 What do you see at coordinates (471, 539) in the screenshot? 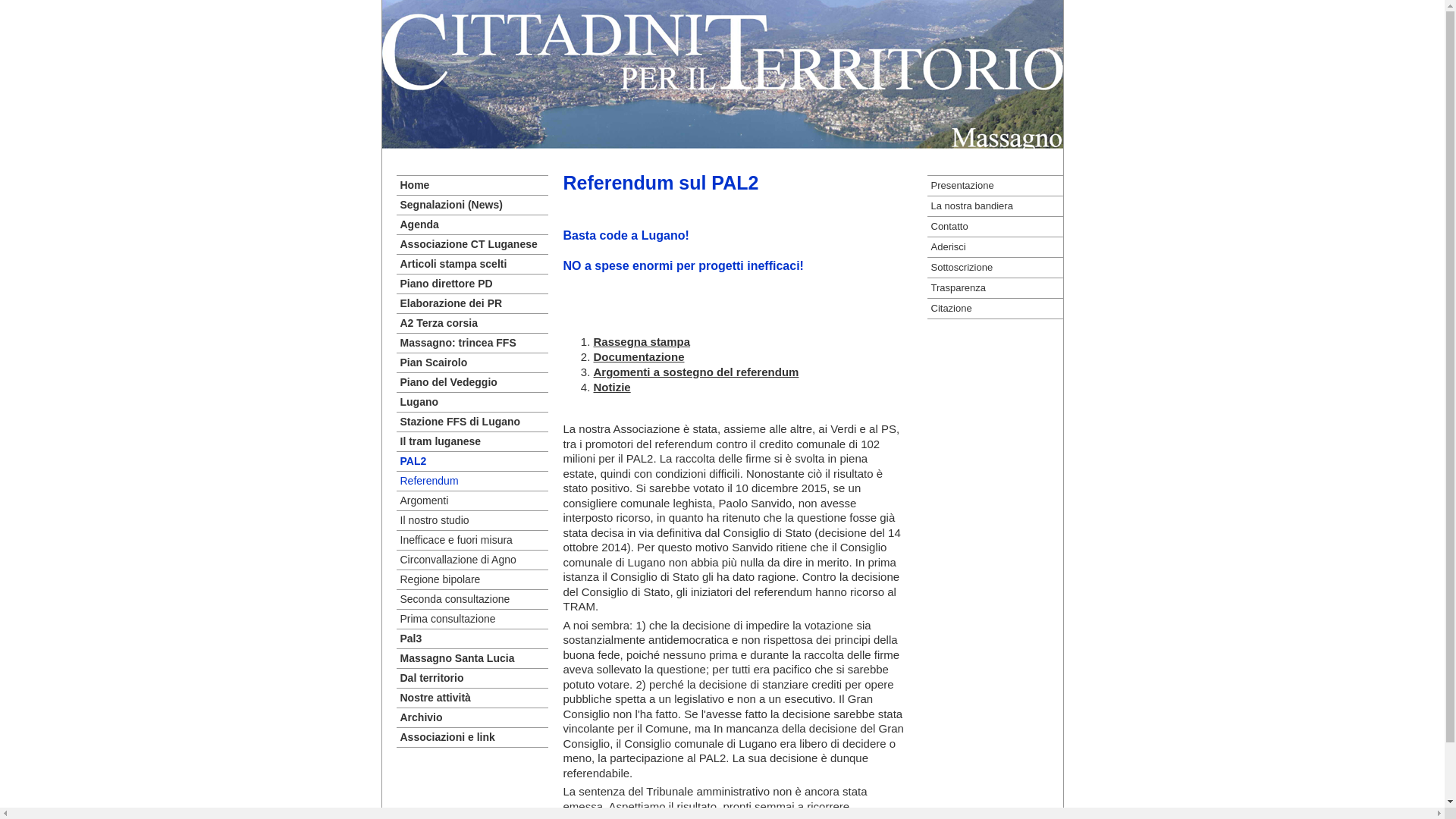
I see `'Inefficace e fuori misura'` at bounding box center [471, 539].